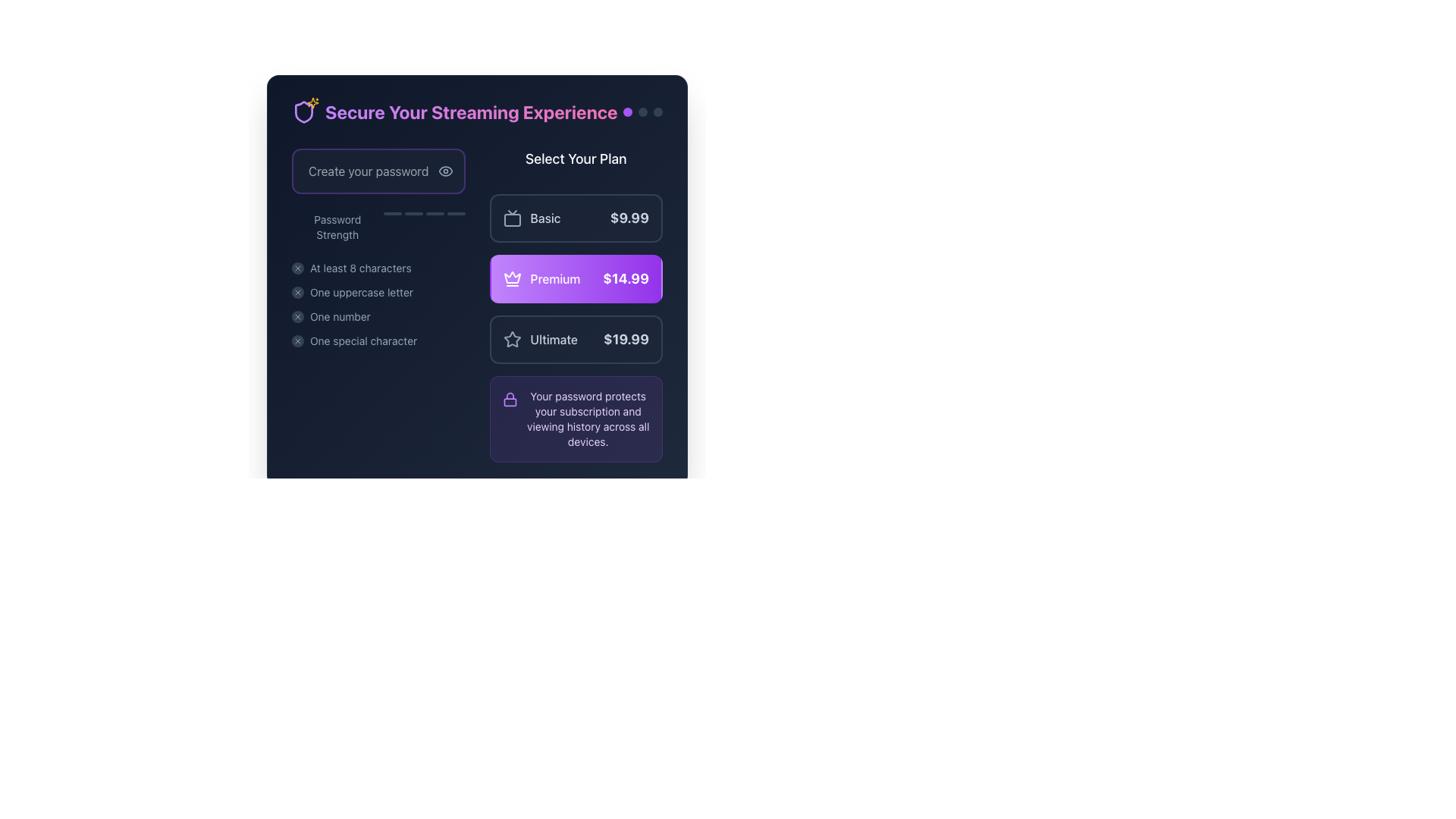  I want to click on the text label displaying 'Your password protects your subscription and viewing history across all devices.' which is styled with light purple text on a dark background, located in the bottom-right quadrant of the interface, so click(587, 419).